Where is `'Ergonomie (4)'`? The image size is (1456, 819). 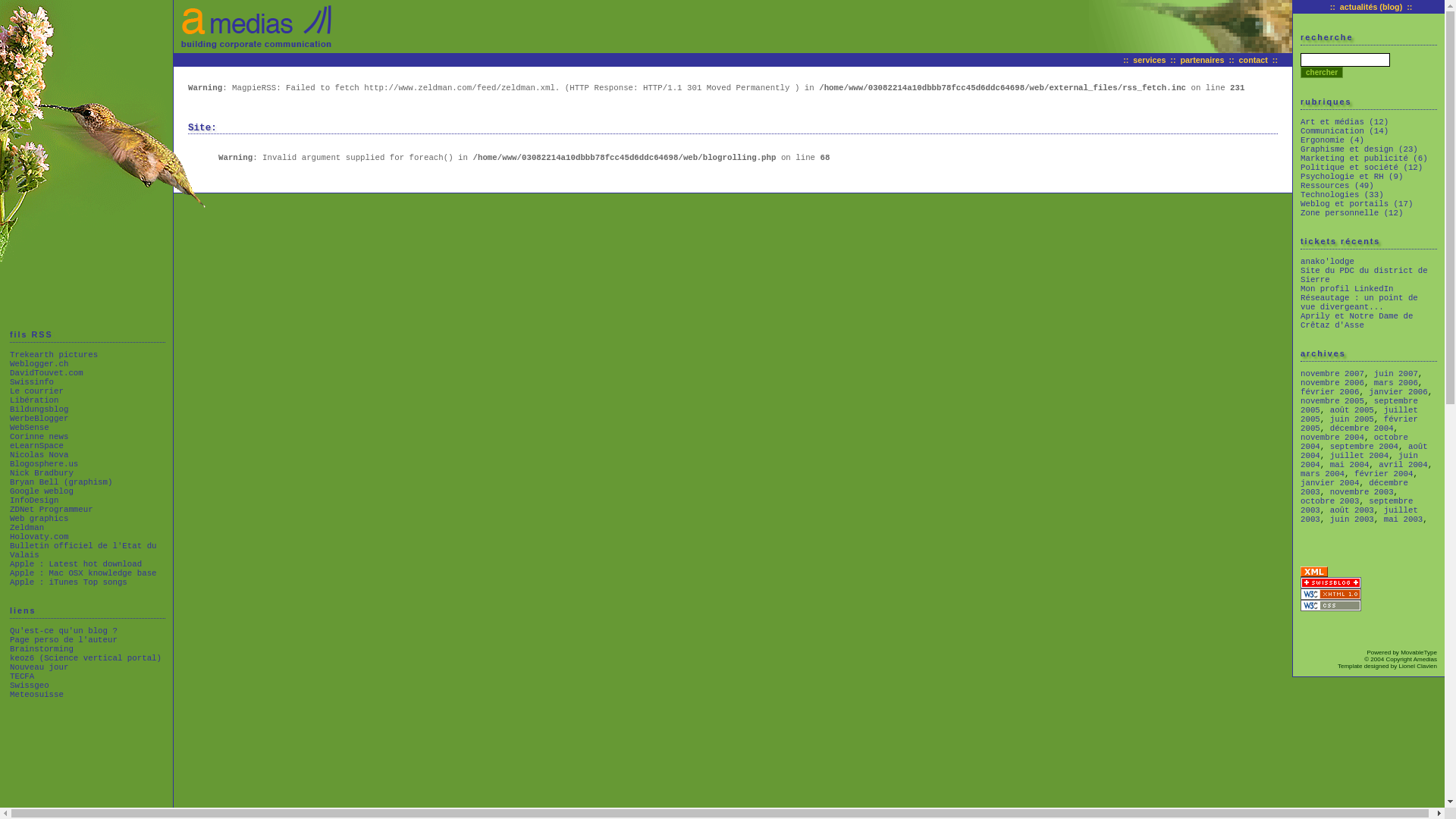
'Ergonomie (4)' is located at coordinates (1299, 140).